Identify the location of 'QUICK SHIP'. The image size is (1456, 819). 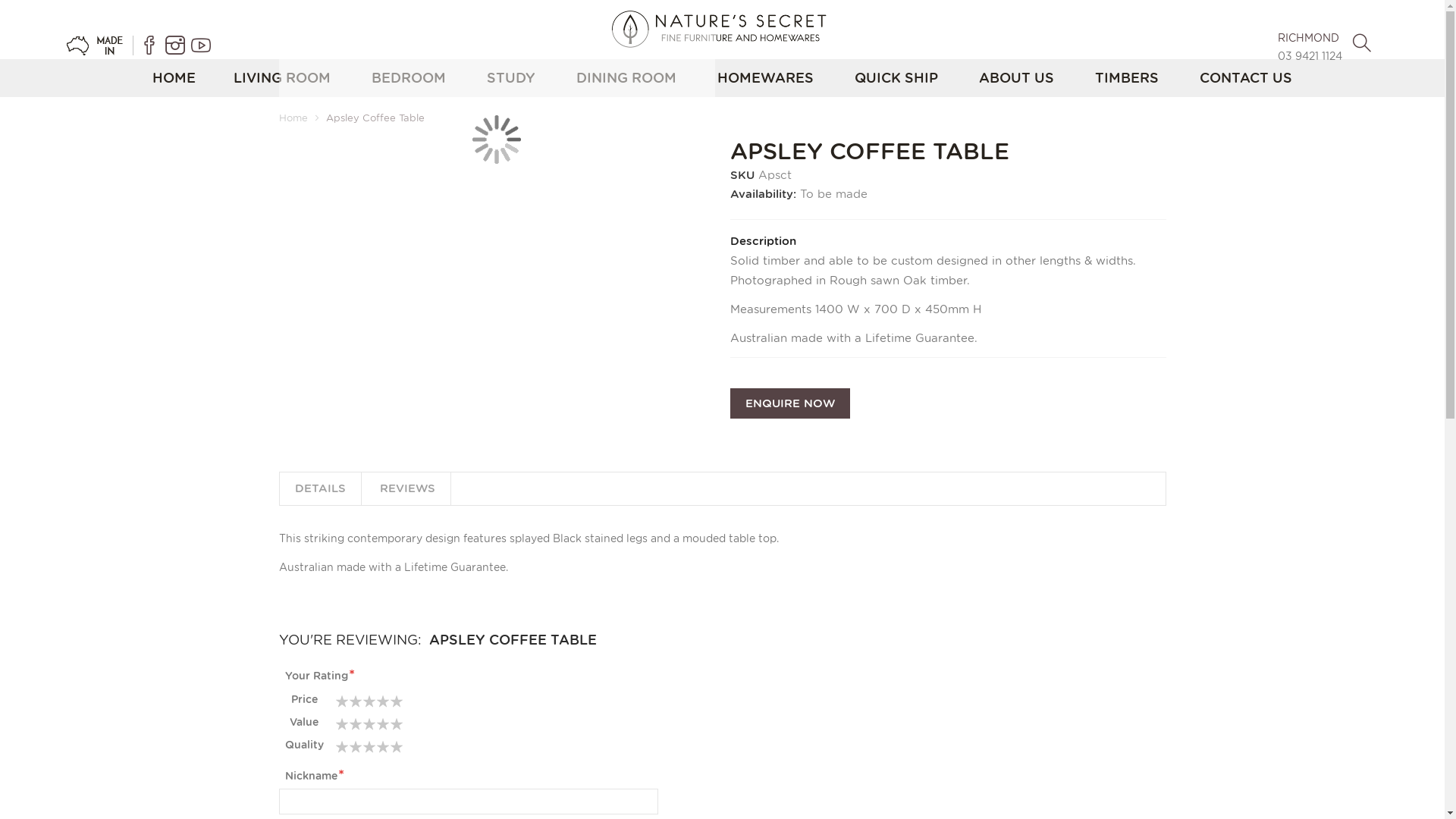
(896, 78).